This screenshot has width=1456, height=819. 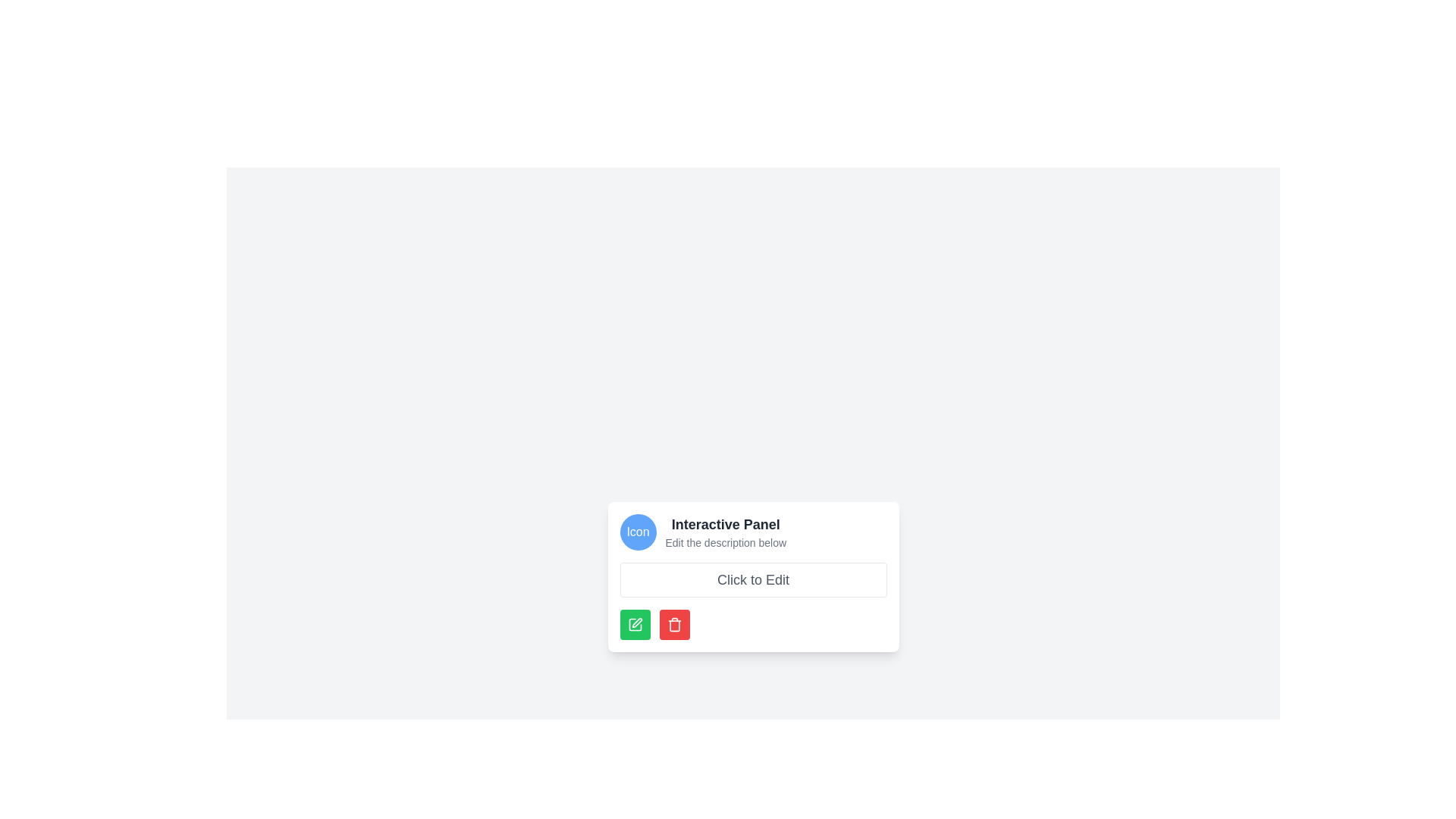 What do you see at coordinates (753, 579) in the screenshot?
I see `the Text Placeholder which contains the text 'Click to Edit'` at bounding box center [753, 579].